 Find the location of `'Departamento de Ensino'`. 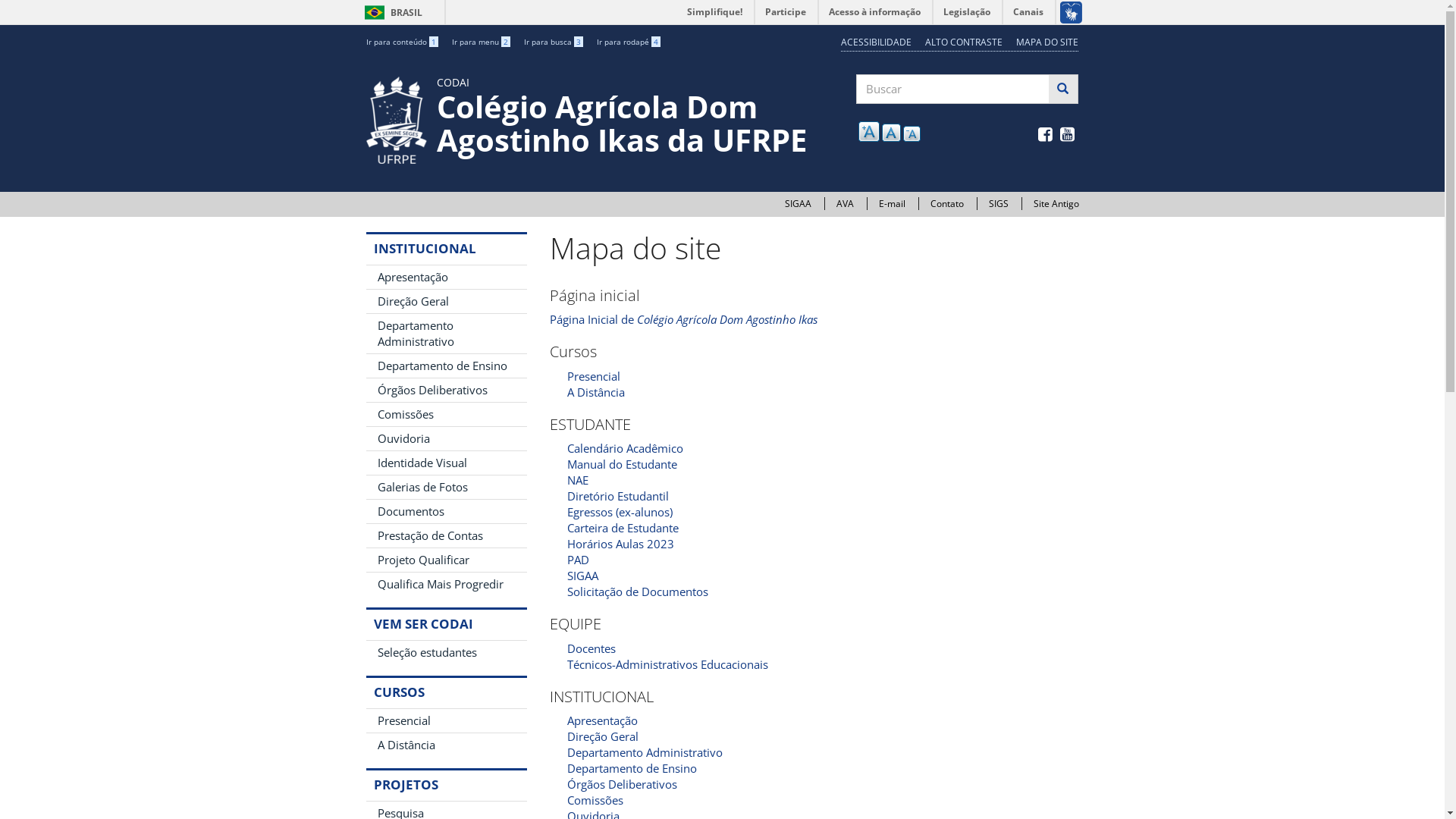

'Departamento de Ensino' is located at coordinates (445, 366).